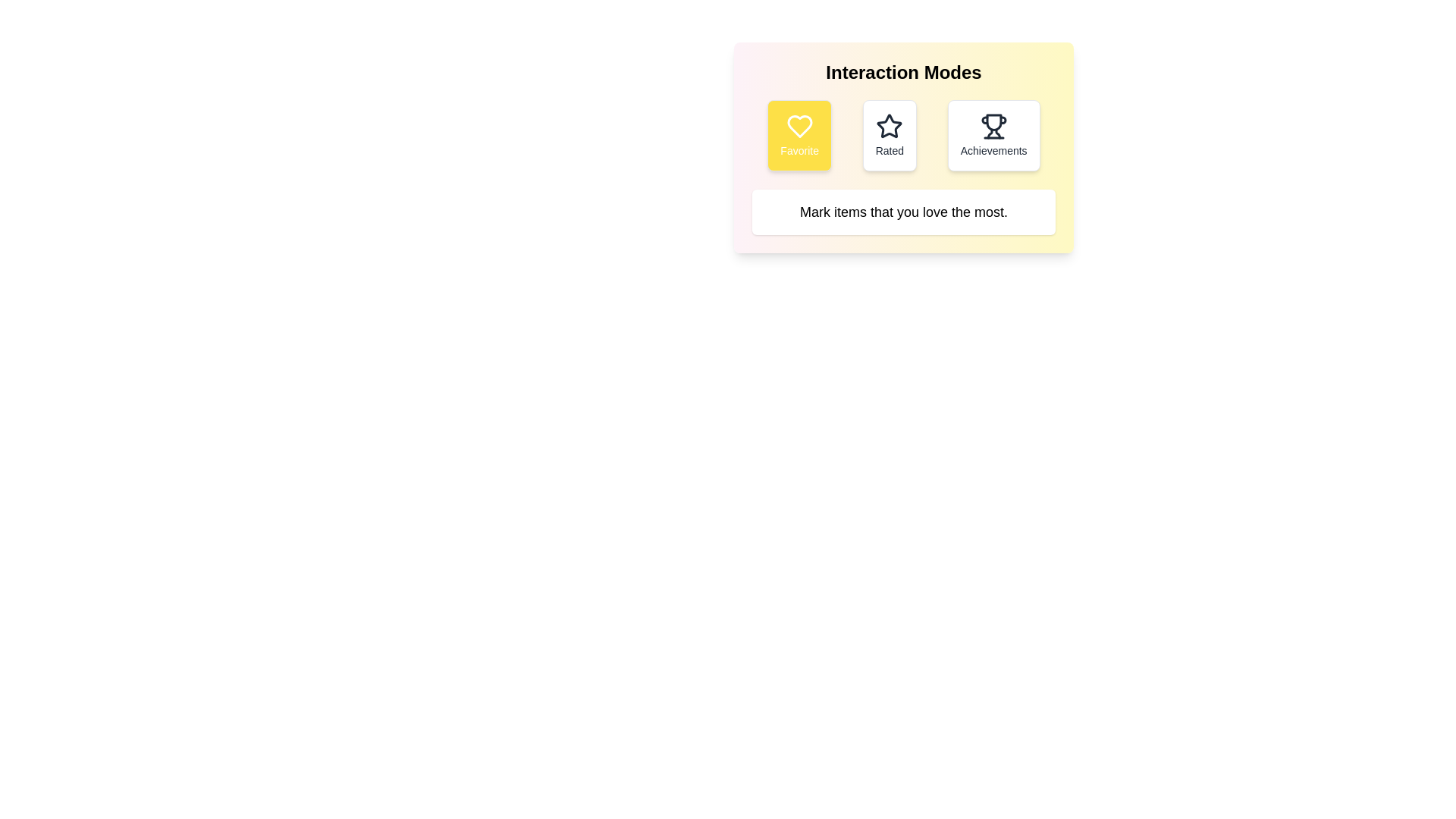 Image resolution: width=1456 pixels, height=819 pixels. I want to click on the Rated button to select the corresponding mode, so click(890, 134).